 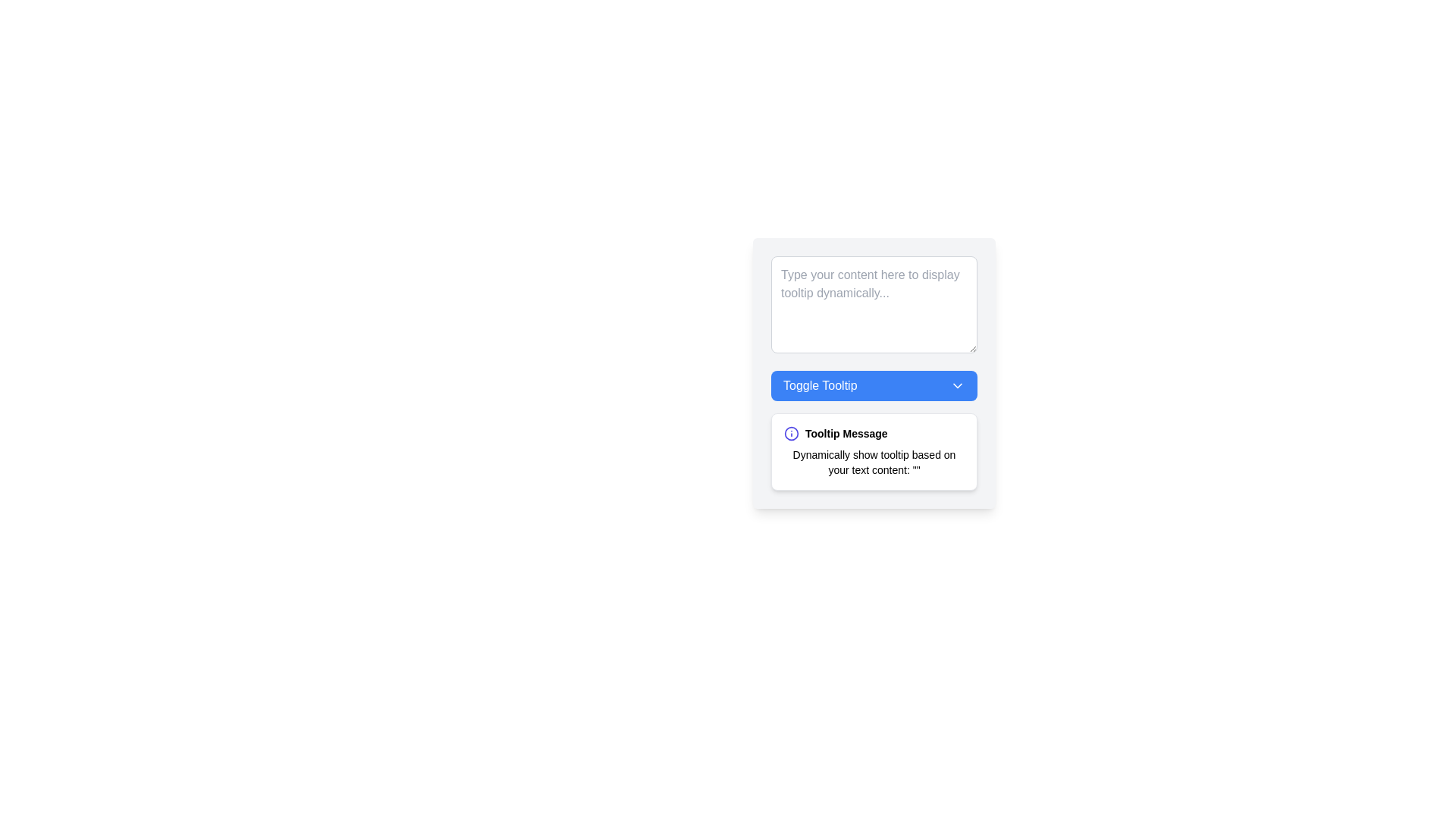 I want to click on the Text Input Area located at the top of the panel with a light gray background and rounded corners, so click(x=874, y=304).